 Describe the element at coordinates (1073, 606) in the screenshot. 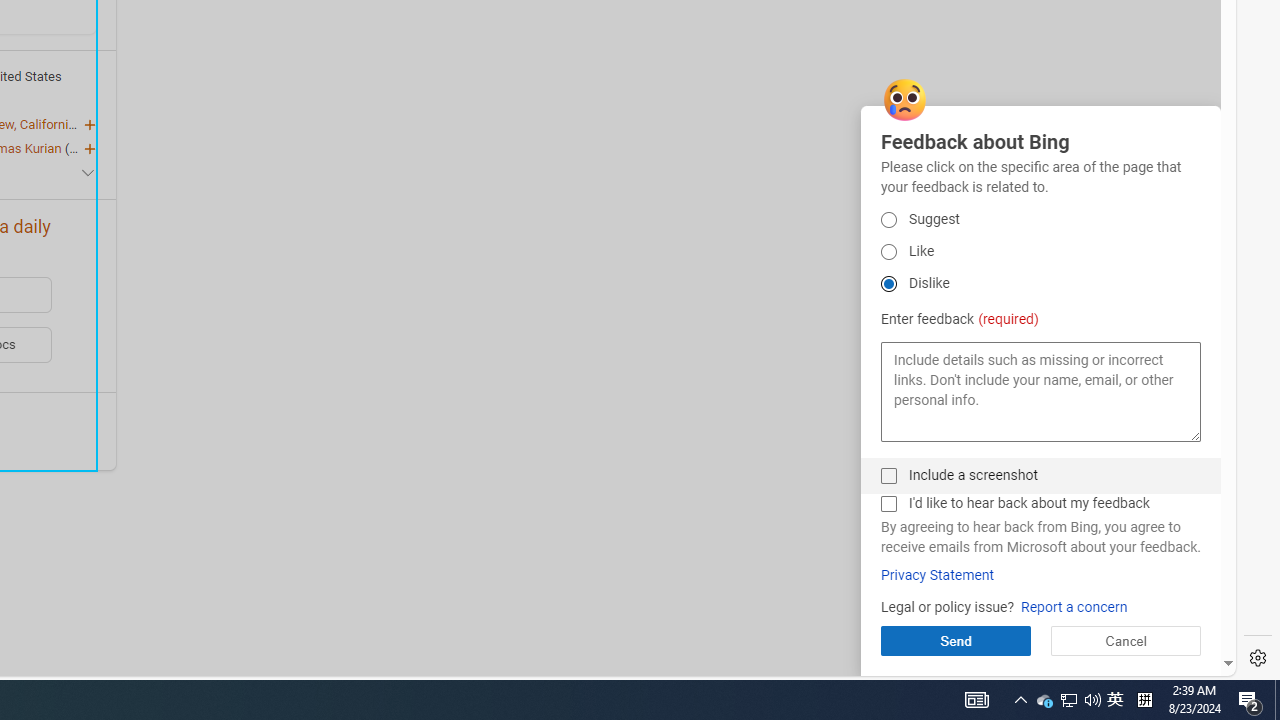

I see `'Report a concern'` at that location.